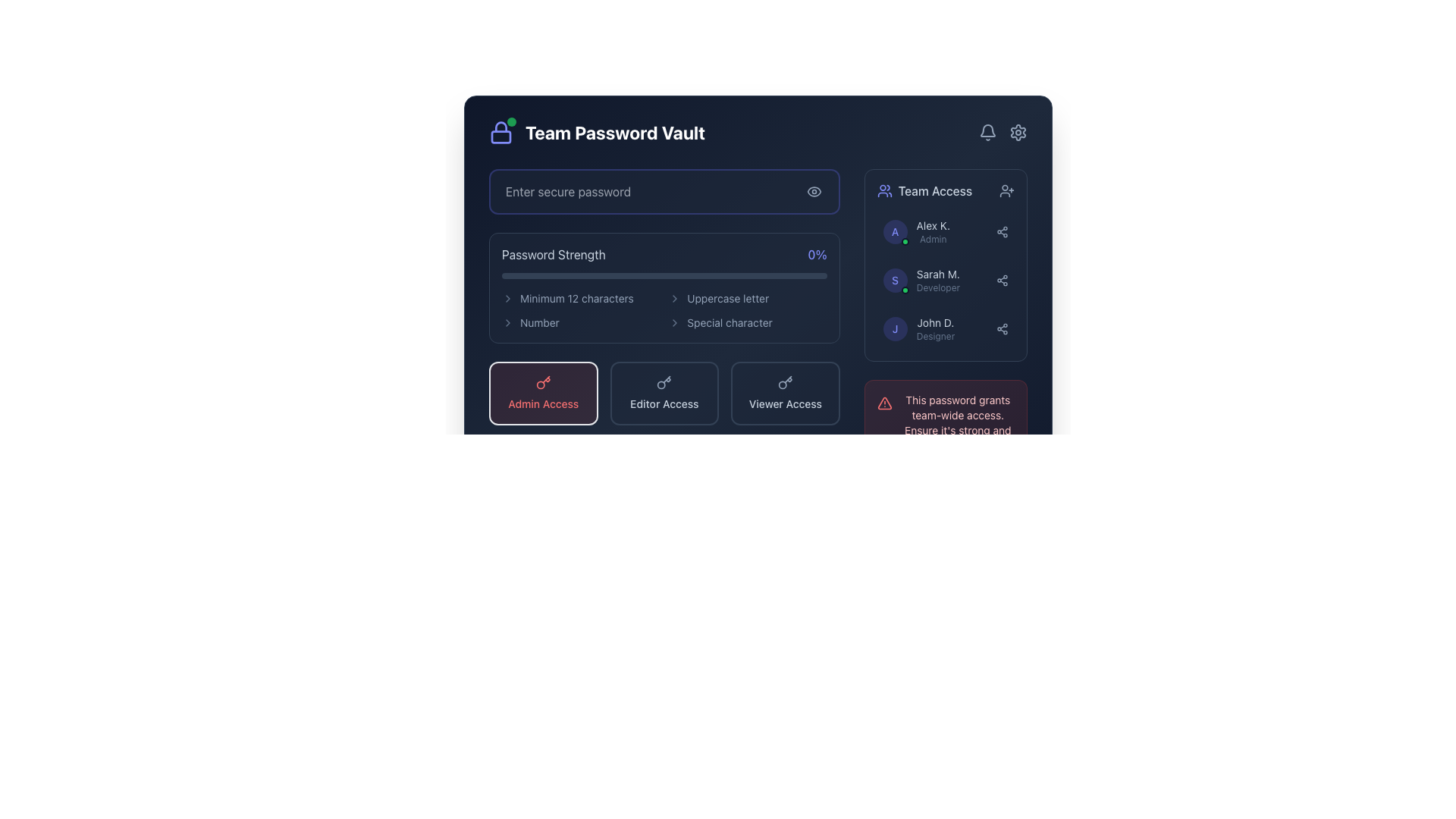 The image size is (1456, 819). I want to click on the share icon located in the 'Team Access' panel, positioned to the right of 'Alex K.', so click(1002, 231).